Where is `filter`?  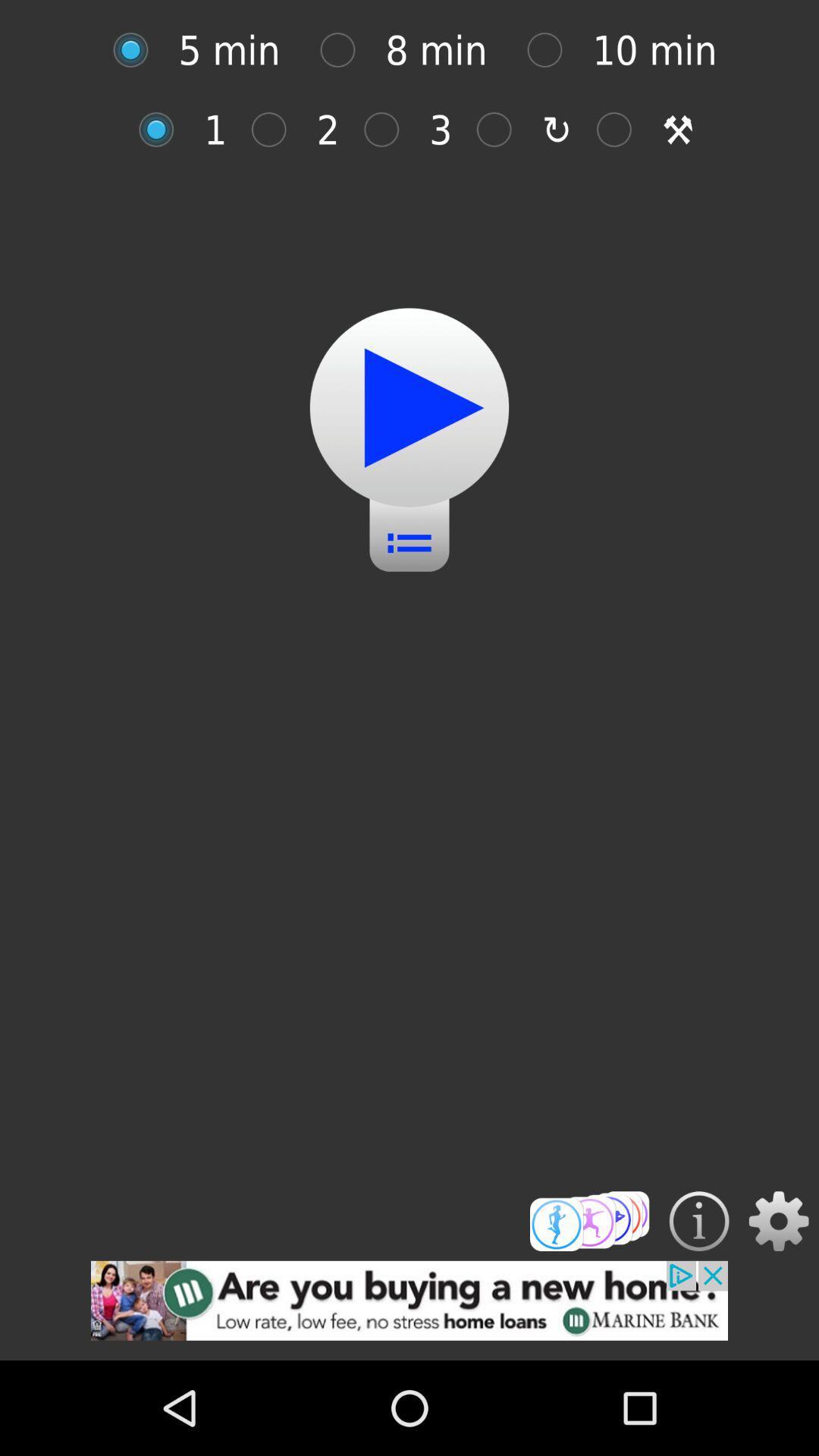
filter is located at coordinates (388, 130).